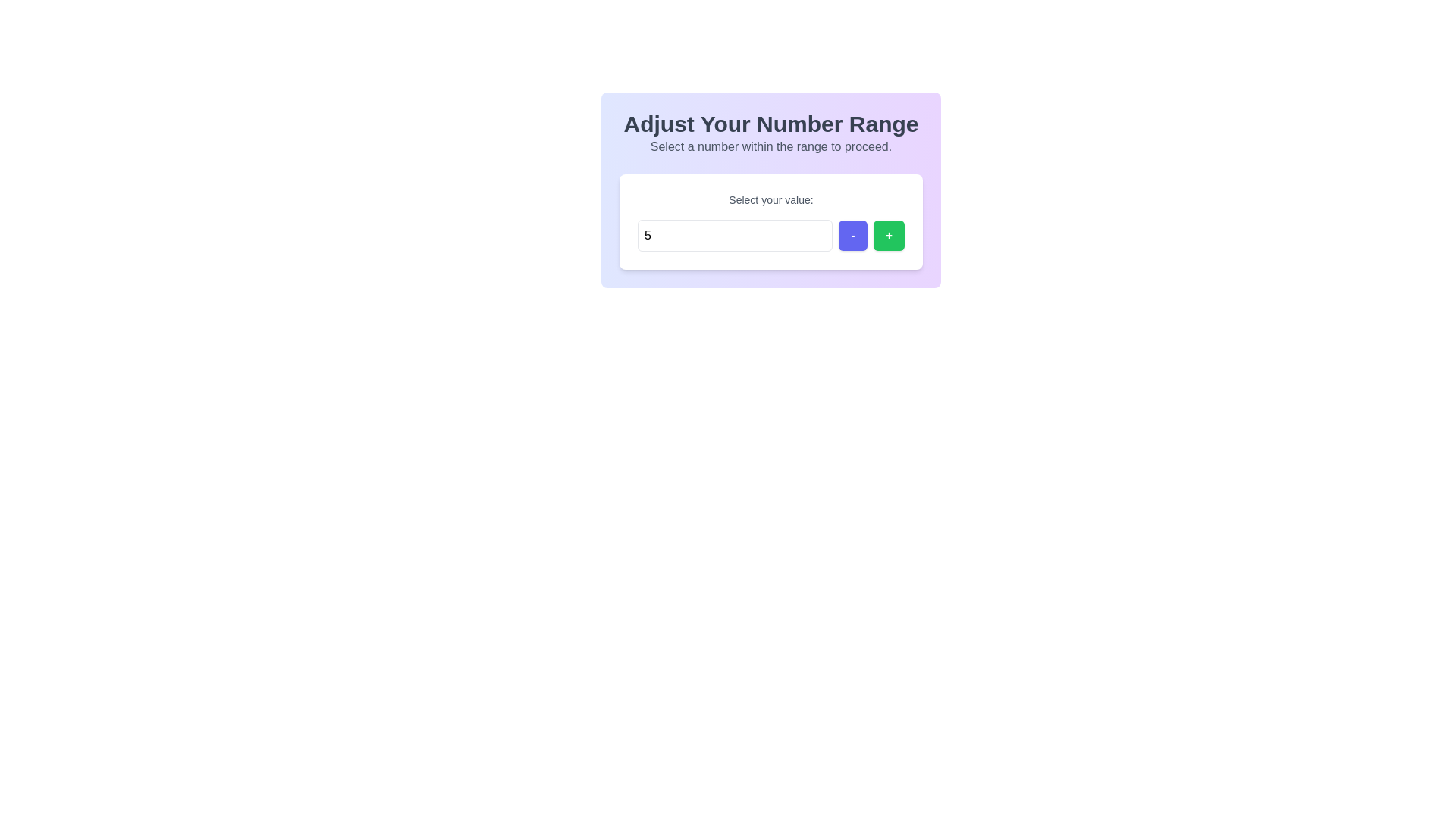  I want to click on the indigo button with a '-' symbol to decrease the value, which is the middle button in a flexbox layout containing three elements, so click(852, 236).